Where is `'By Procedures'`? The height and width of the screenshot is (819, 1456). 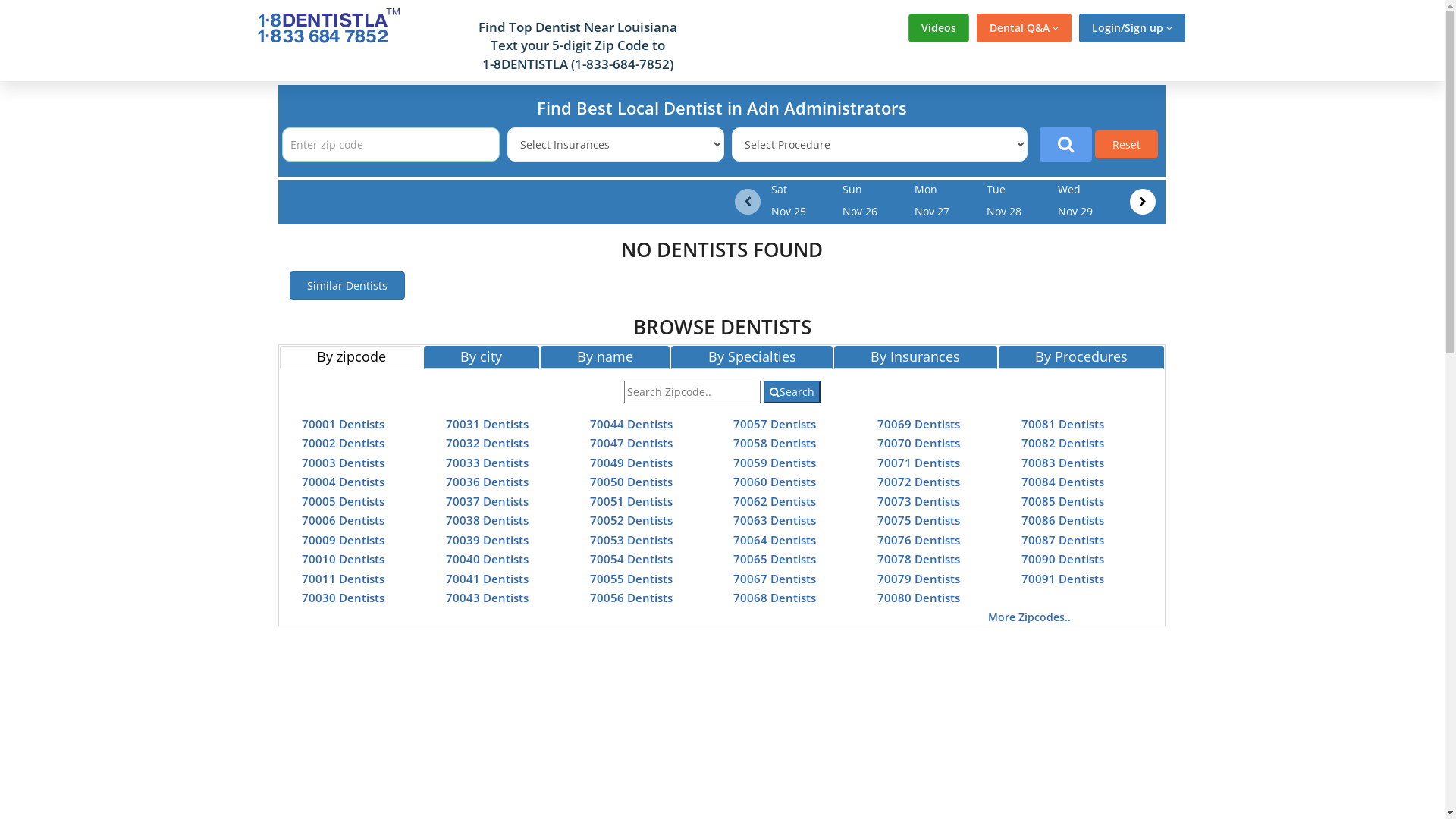
'By Procedures' is located at coordinates (1081, 356).